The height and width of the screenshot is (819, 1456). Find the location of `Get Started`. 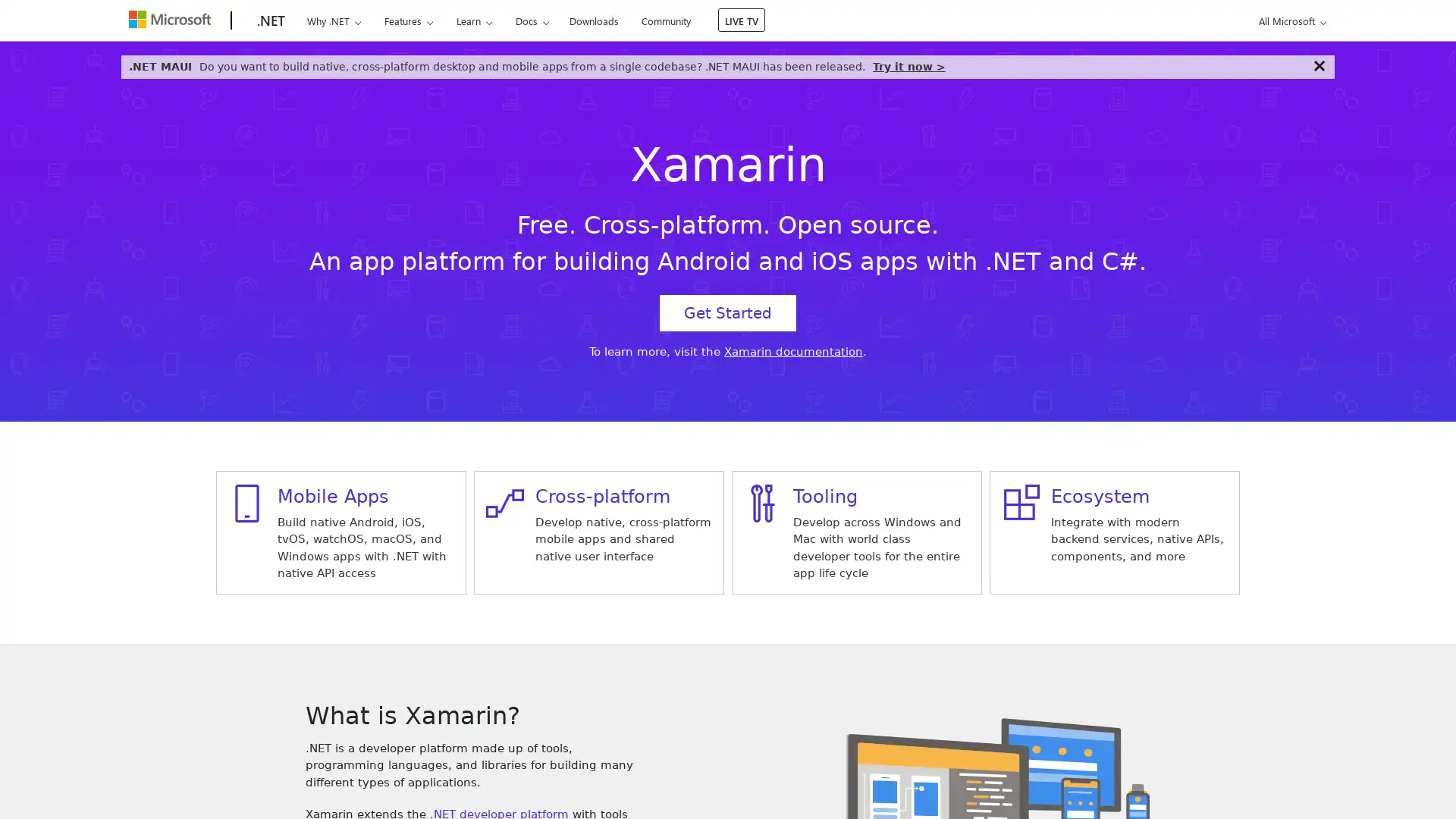

Get Started is located at coordinates (728, 312).